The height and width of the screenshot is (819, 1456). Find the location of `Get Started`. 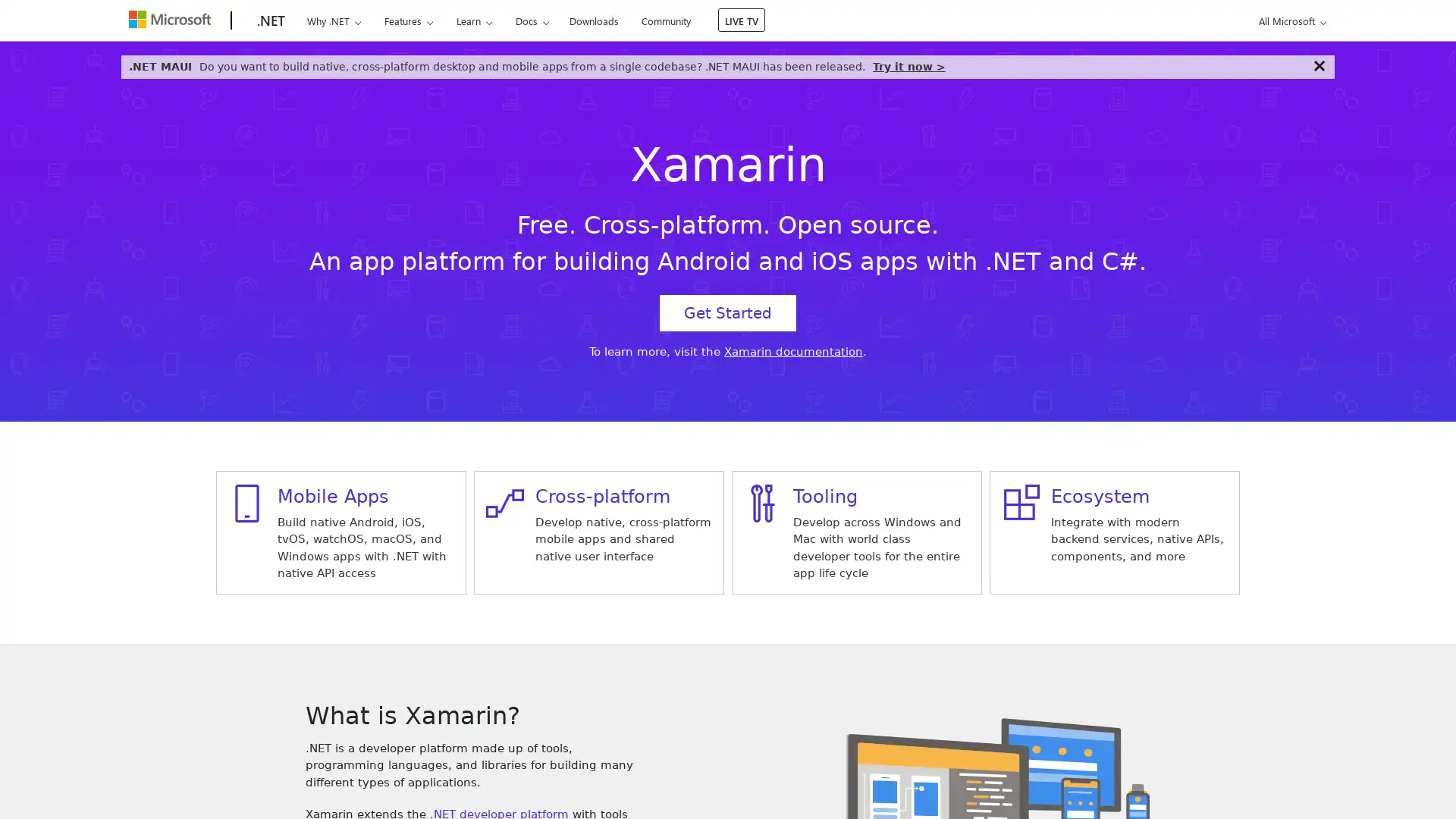

Get Started is located at coordinates (728, 312).